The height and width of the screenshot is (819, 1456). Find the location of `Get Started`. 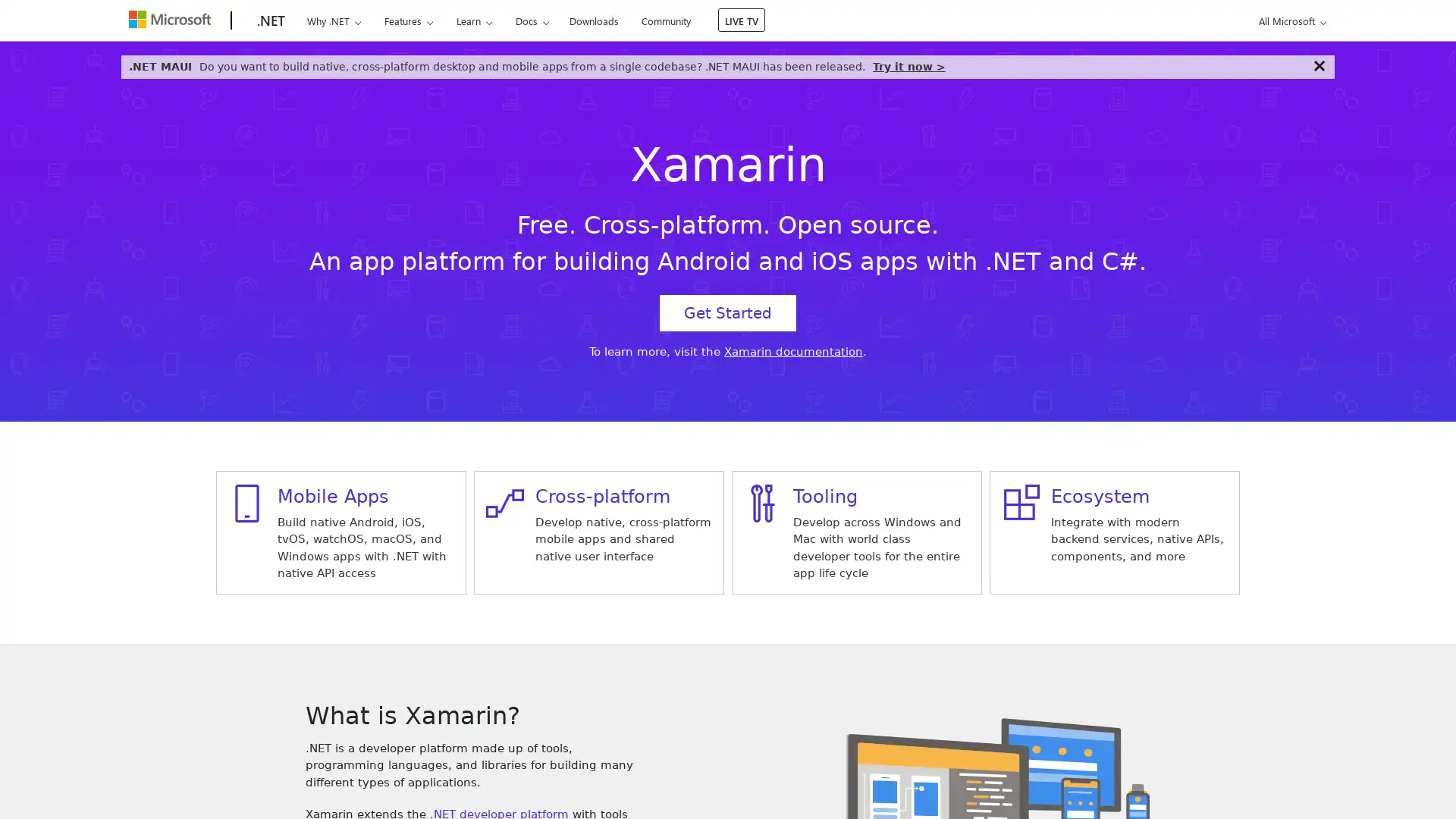

Get Started is located at coordinates (728, 312).